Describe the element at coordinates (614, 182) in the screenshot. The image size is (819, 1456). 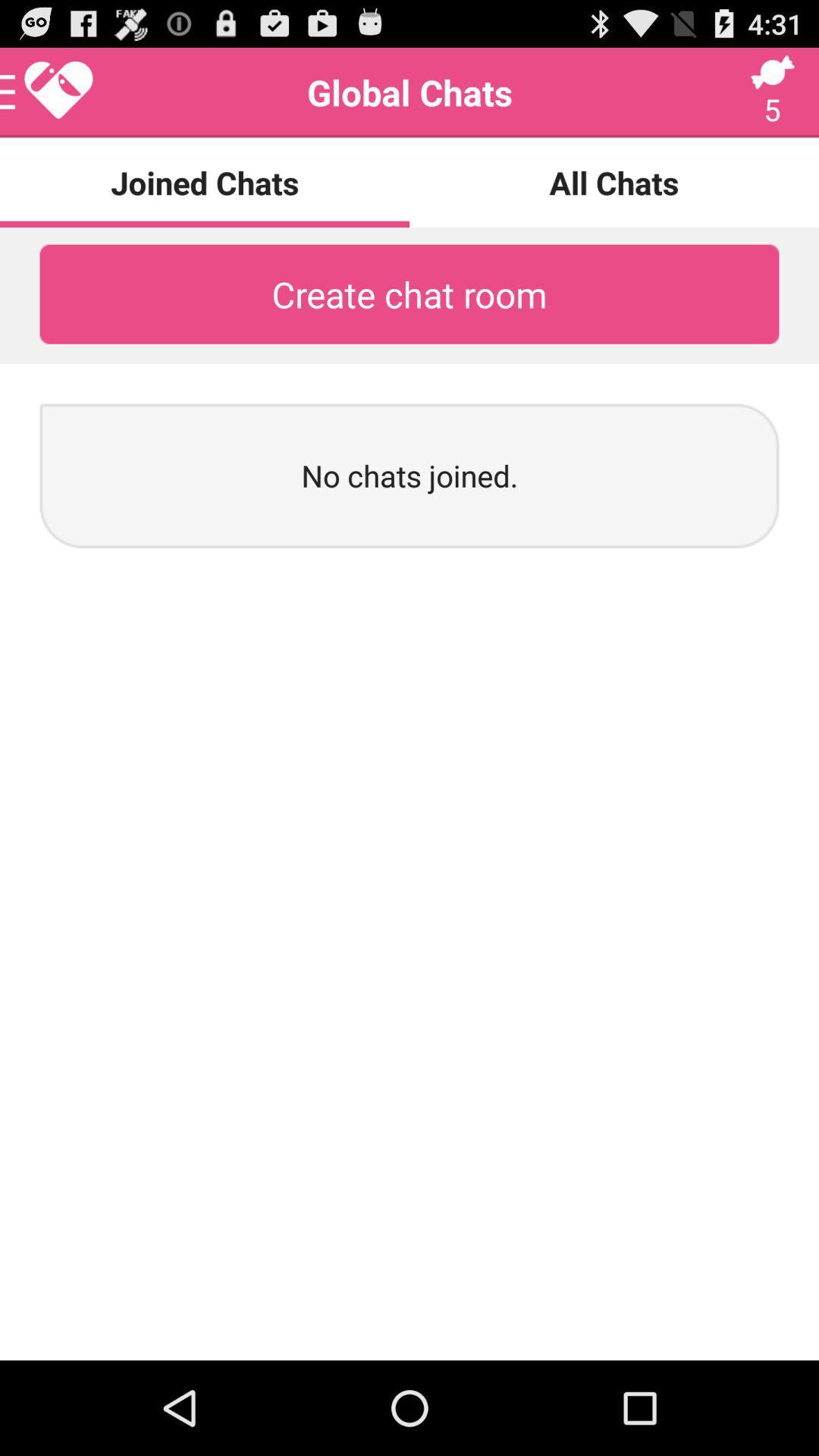
I see `item to the right of the joined chats icon` at that location.